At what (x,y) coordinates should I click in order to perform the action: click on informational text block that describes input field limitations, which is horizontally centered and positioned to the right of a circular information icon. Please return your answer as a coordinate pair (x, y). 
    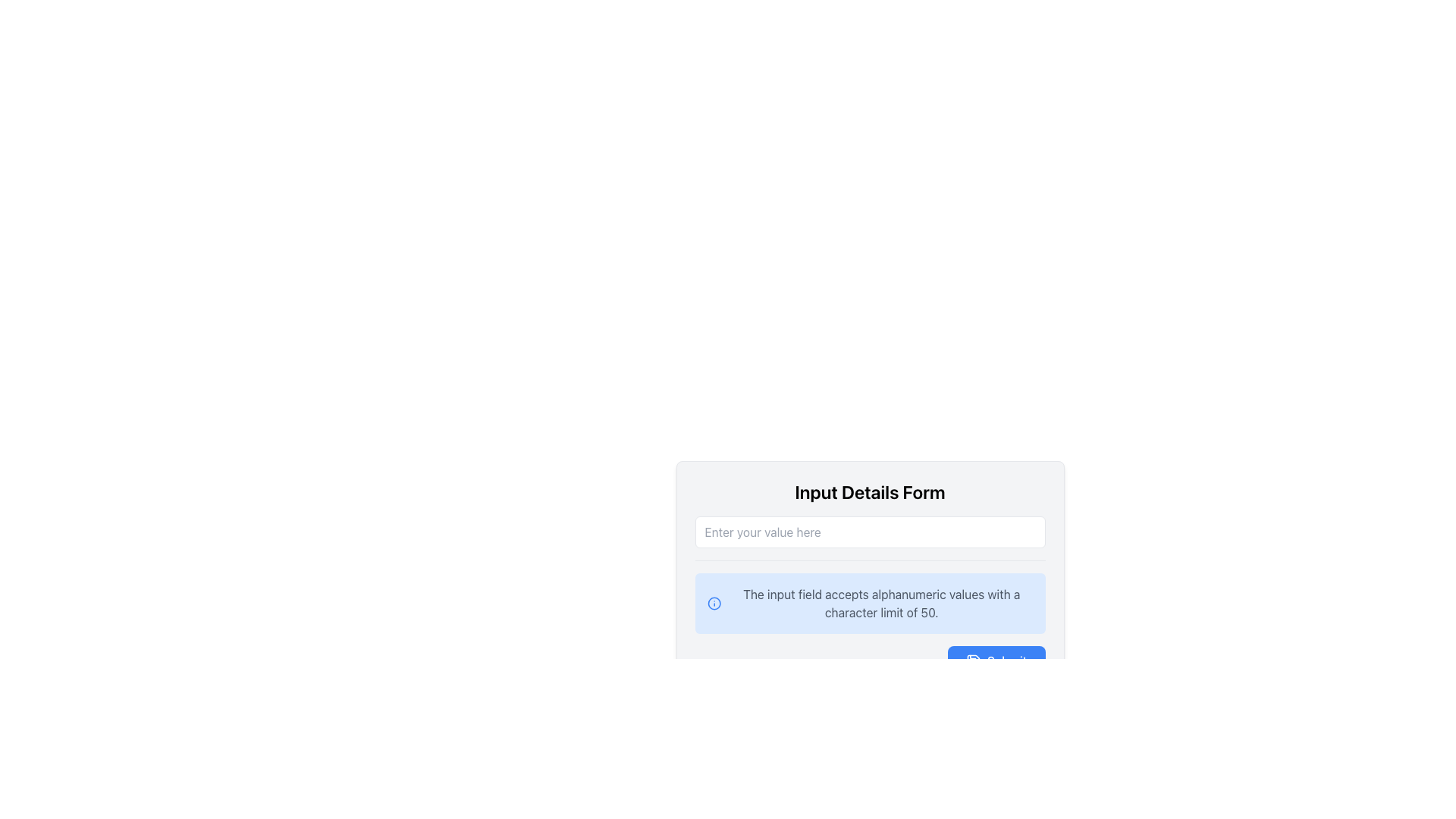
    Looking at the image, I should click on (881, 602).